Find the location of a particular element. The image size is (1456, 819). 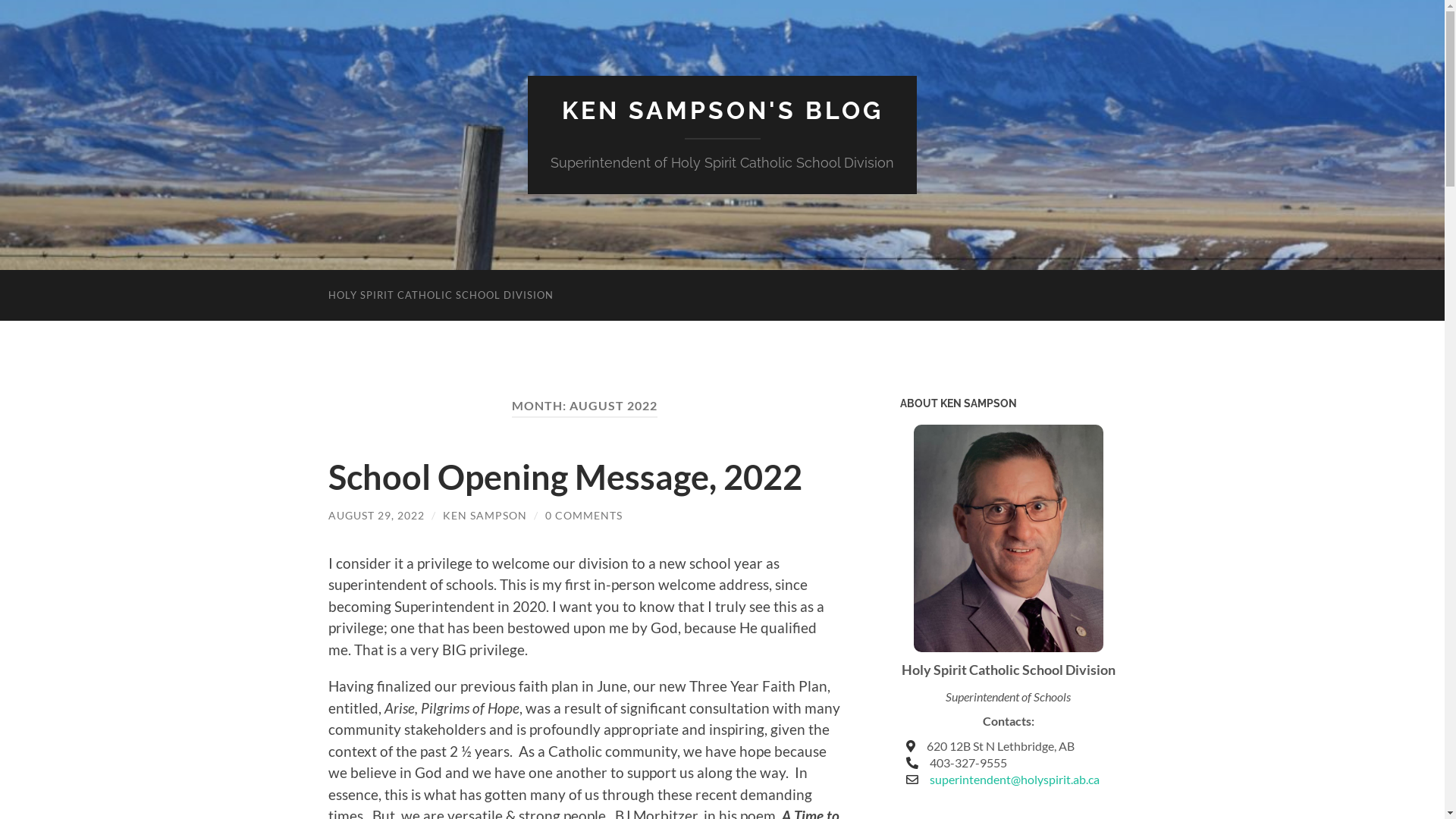

'0 COMMENTS' is located at coordinates (582, 514).